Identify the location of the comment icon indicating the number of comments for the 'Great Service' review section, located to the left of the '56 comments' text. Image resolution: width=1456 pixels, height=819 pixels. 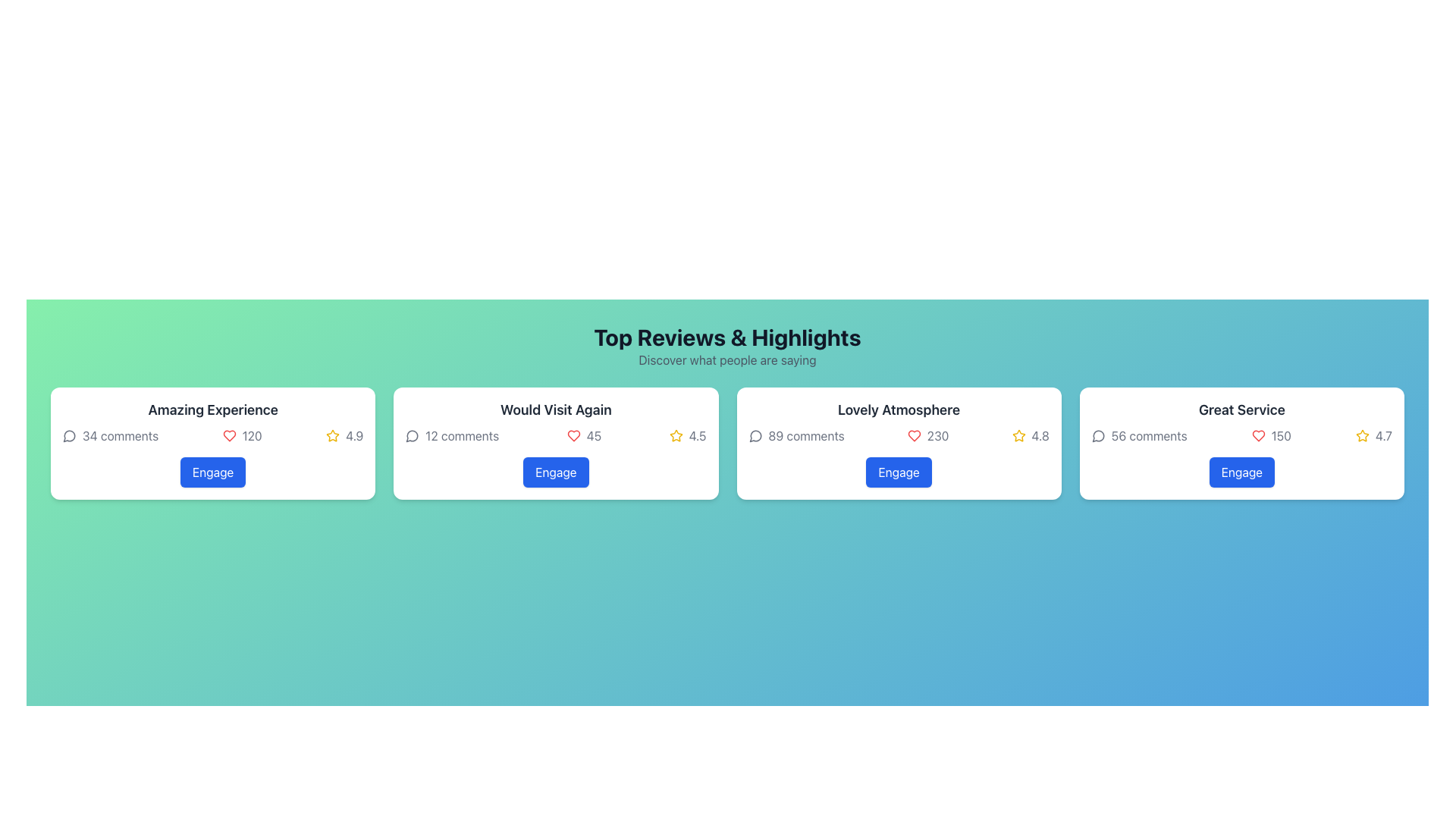
(1098, 435).